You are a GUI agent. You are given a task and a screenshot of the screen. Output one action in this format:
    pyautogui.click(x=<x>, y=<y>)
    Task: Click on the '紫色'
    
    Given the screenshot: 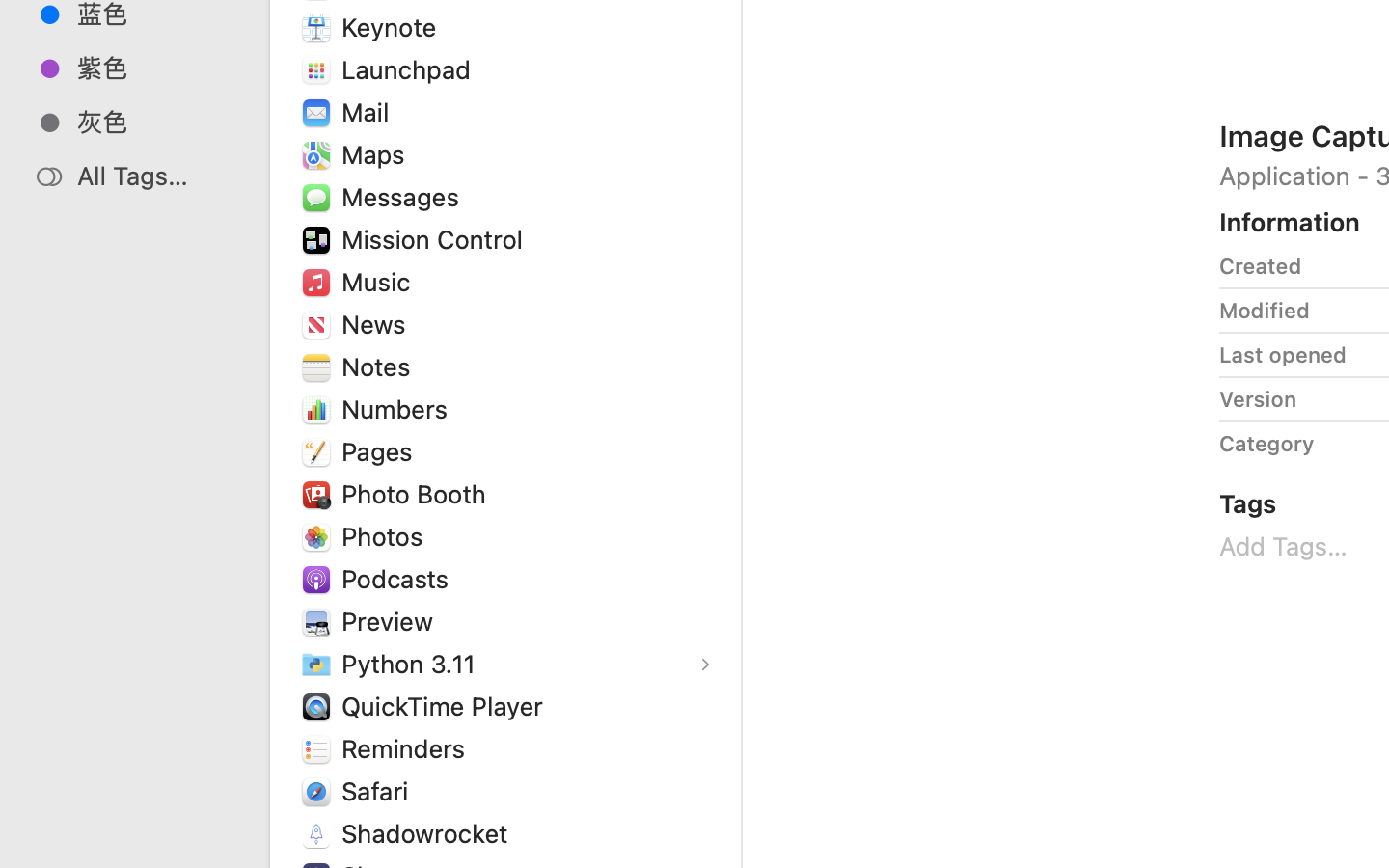 What is the action you would take?
    pyautogui.click(x=153, y=67)
    